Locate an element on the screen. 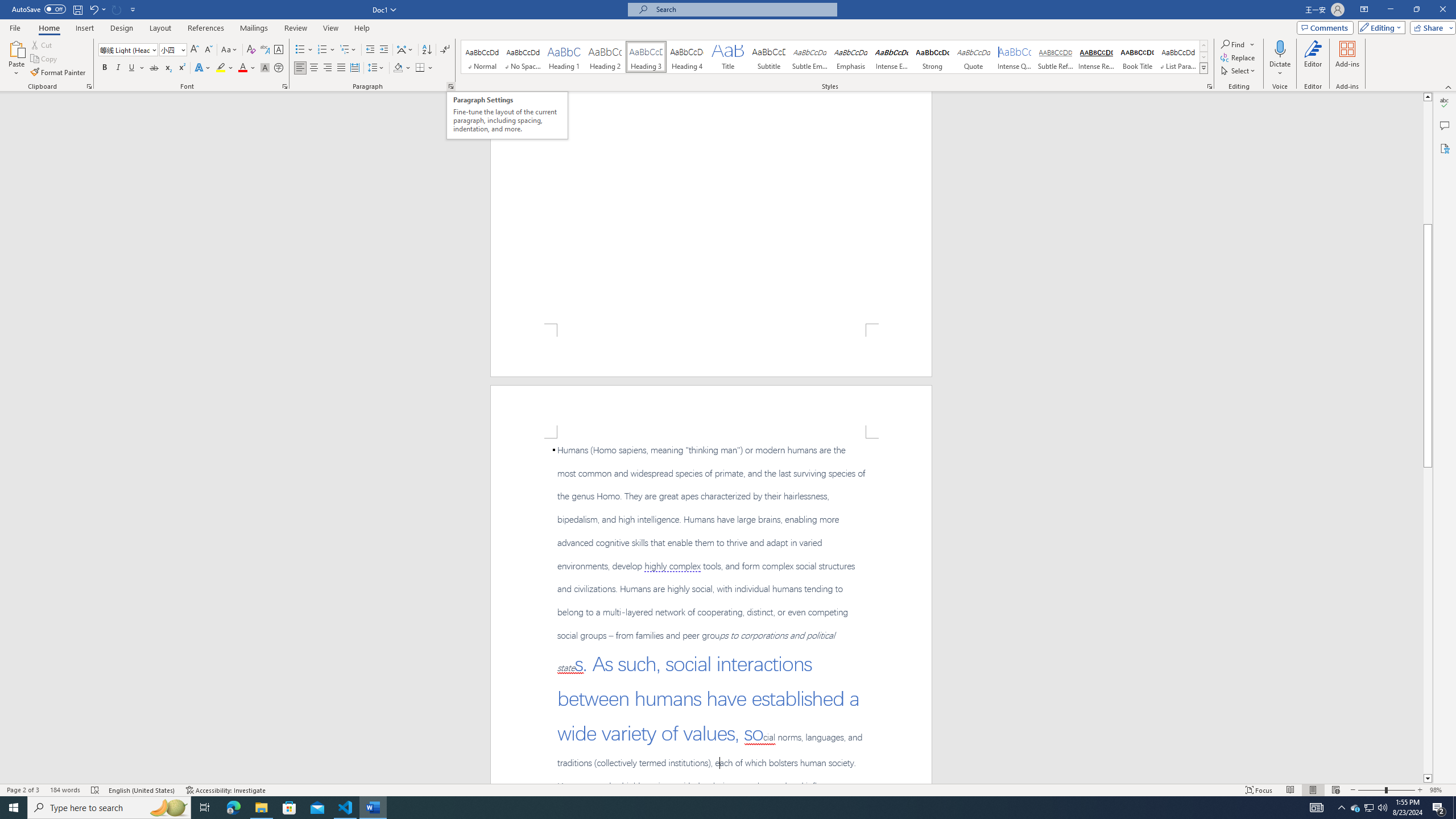 The width and height of the screenshot is (1456, 819). 'Emphasis' is located at coordinates (850, 56).